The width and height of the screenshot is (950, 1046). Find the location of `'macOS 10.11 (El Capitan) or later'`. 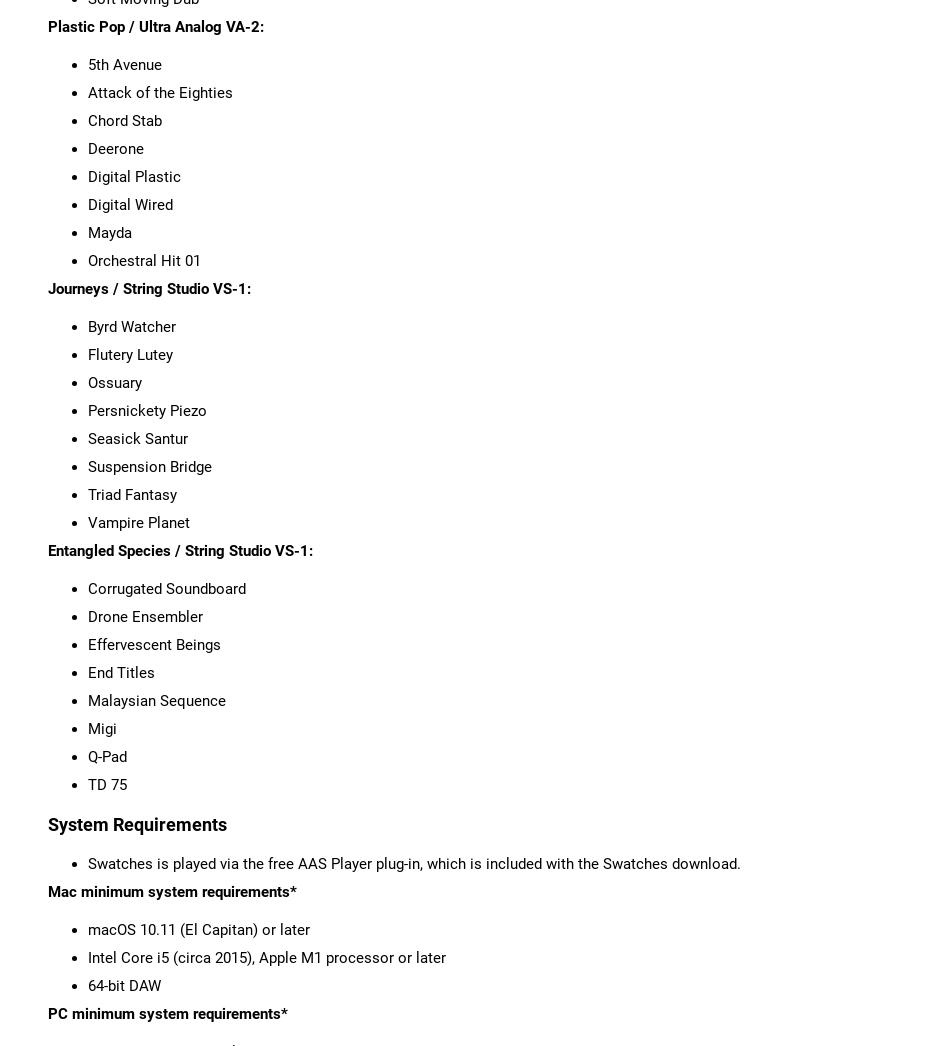

'macOS 10.11 (El Capitan) or later' is located at coordinates (87, 928).